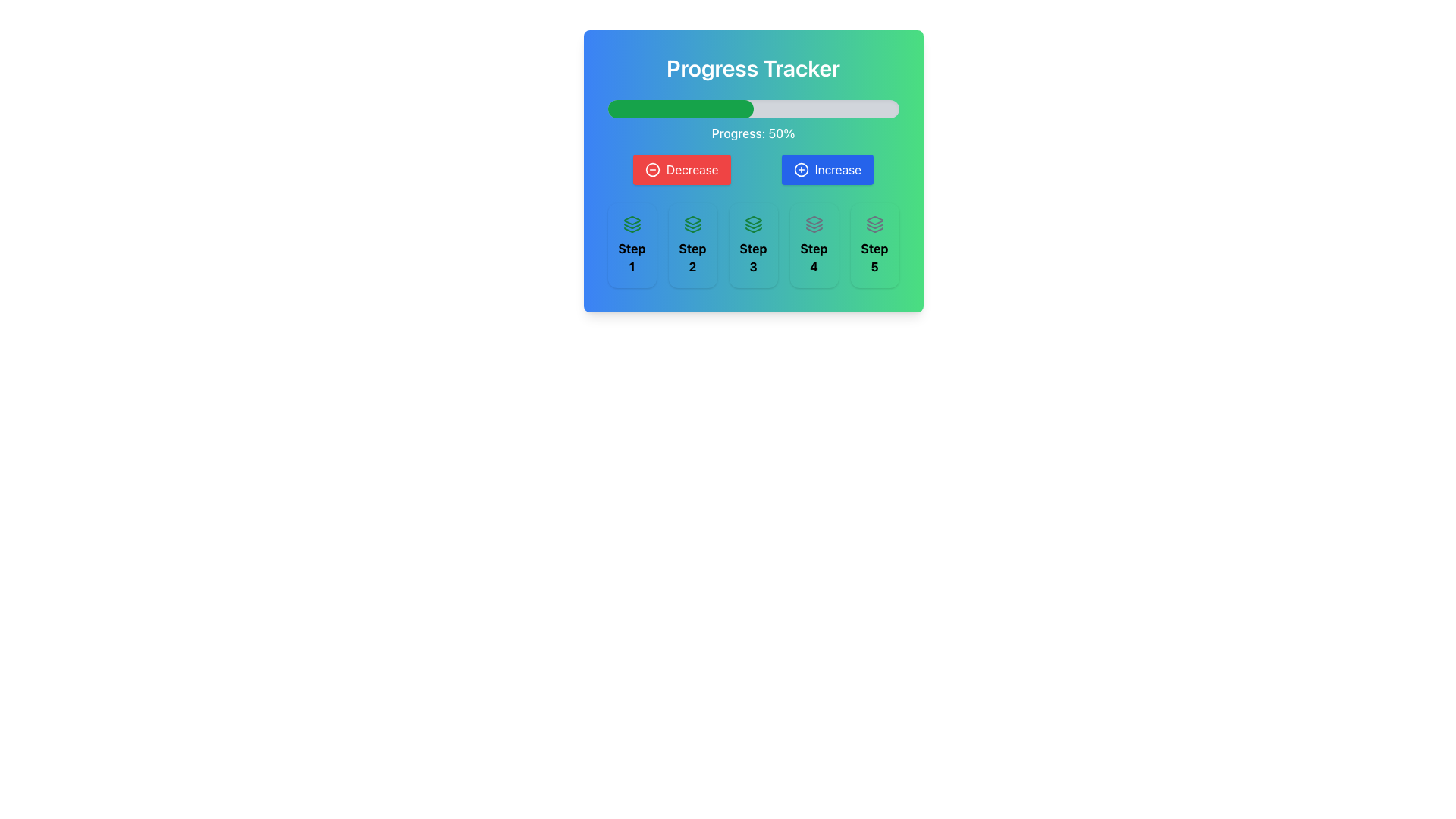 Image resolution: width=1456 pixels, height=819 pixels. Describe the element at coordinates (753, 256) in the screenshot. I see `text label that identifies the third step in the progress tracker, positioned beneath the stacked icon in the third step card` at that location.